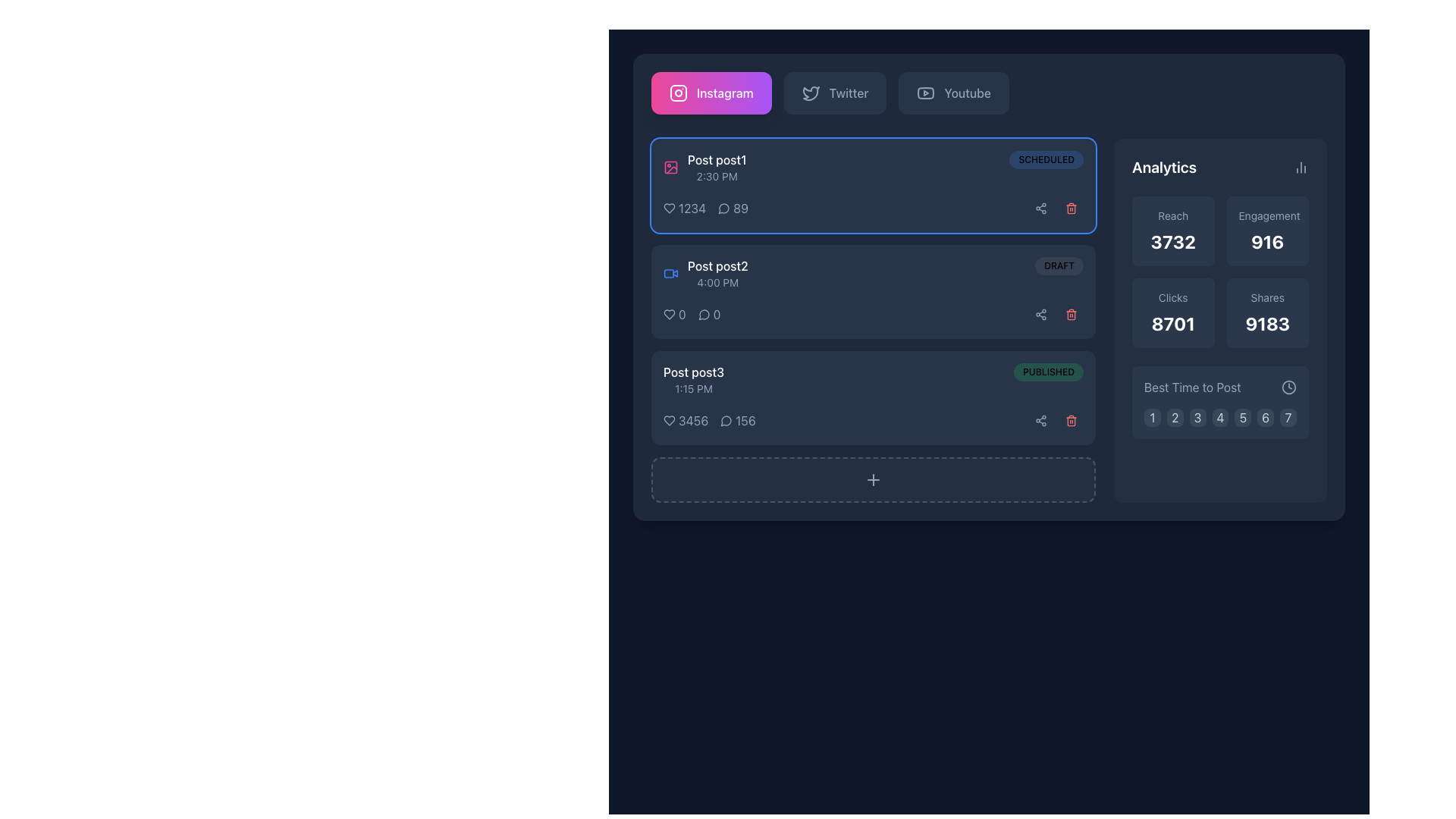  I want to click on the text with an icon (speech bubble and number) that displays the number of comments on the respective post, located in the first row of posts adjacent to the heart icon, so click(733, 208).